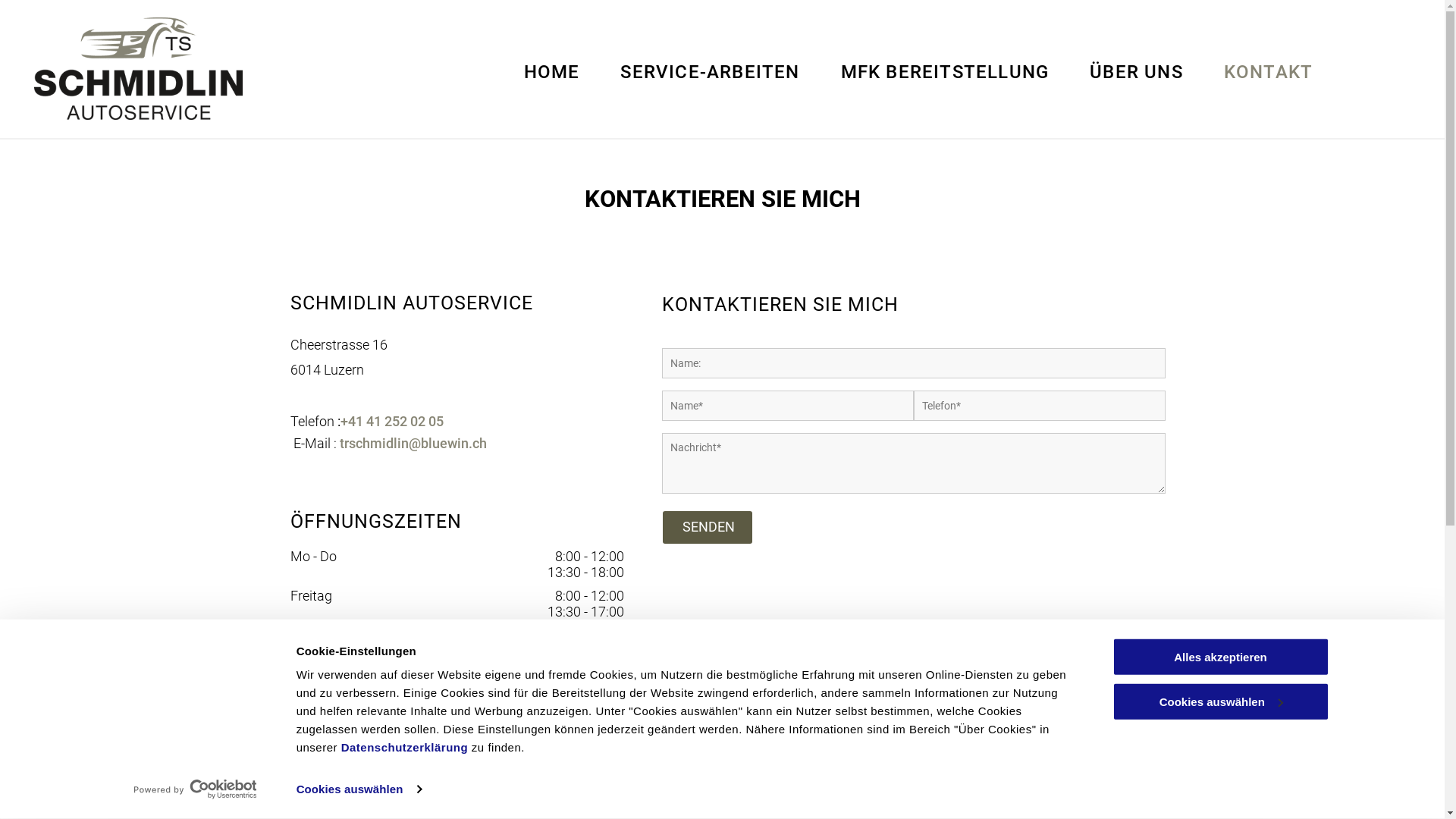 This screenshot has width=1456, height=819. What do you see at coordinates (391, 421) in the screenshot?
I see `'+41 41 252 02 05'` at bounding box center [391, 421].